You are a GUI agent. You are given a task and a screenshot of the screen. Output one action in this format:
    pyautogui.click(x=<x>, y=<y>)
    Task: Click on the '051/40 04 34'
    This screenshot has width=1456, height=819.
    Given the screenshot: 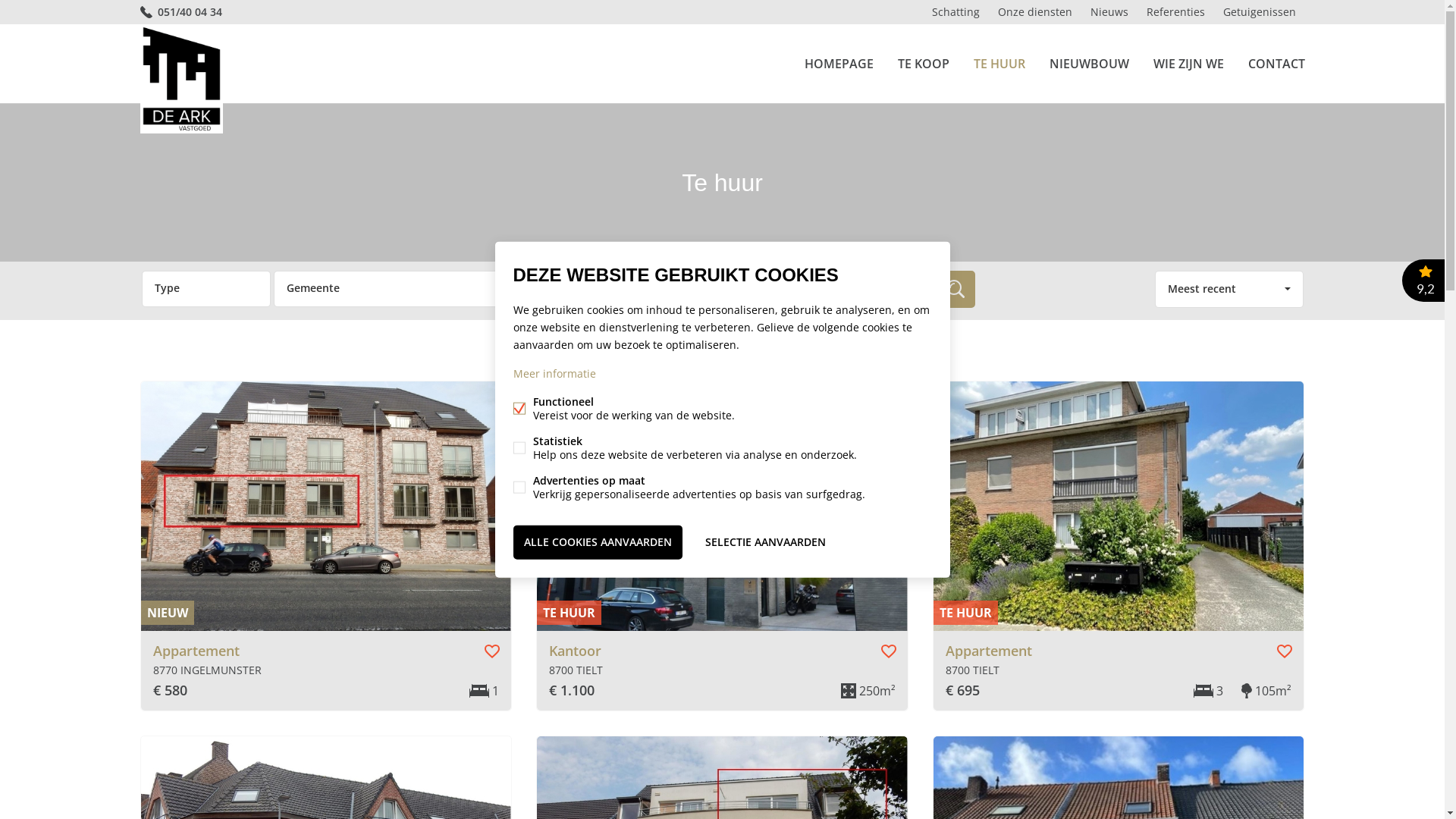 What is the action you would take?
    pyautogui.click(x=139, y=11)
    